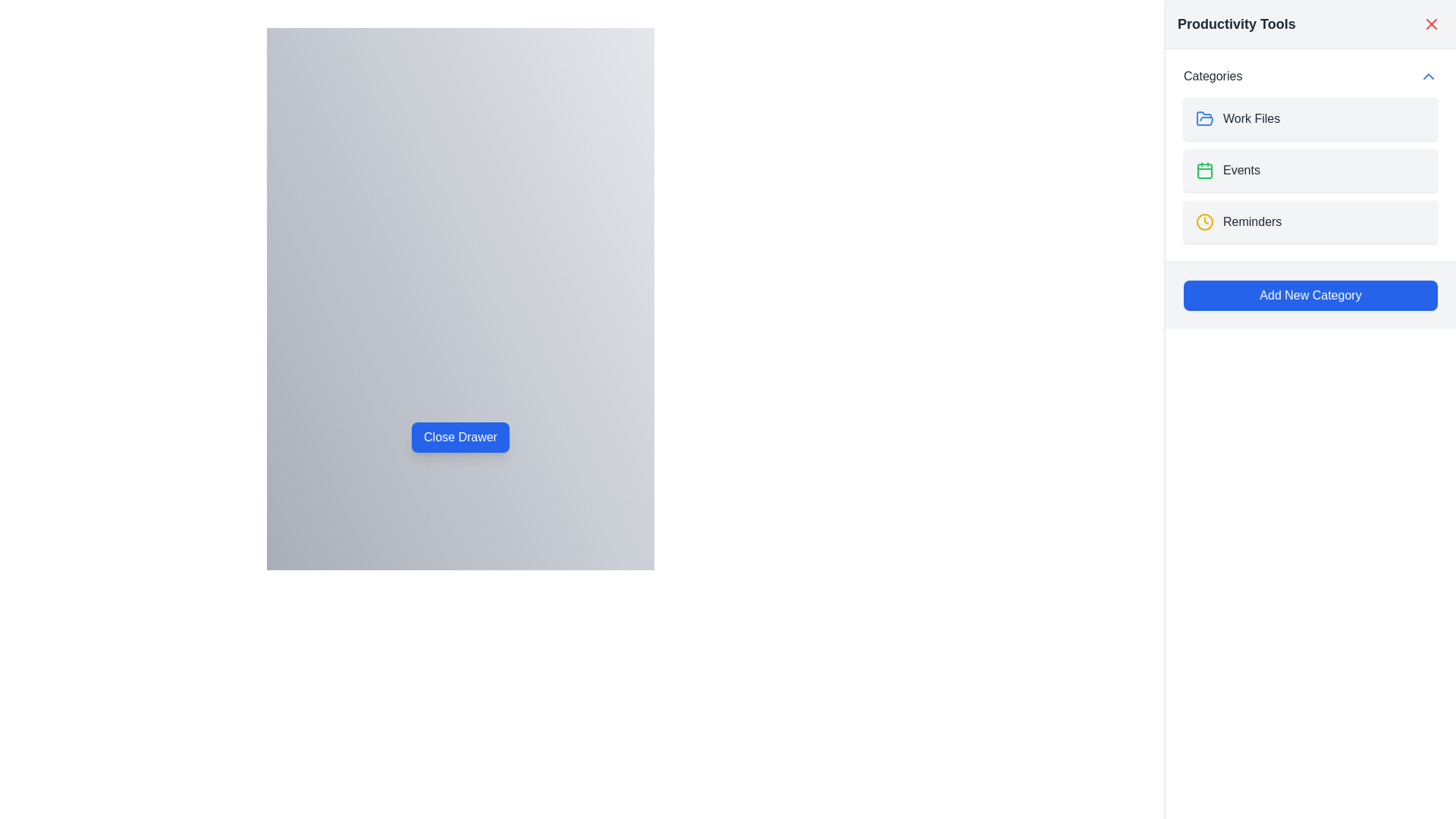  I want to click on the Dropdown toggle button located to the far-right of the 'Categories' header text in the 'Productivity Tools' panel, so click(1427, 76).